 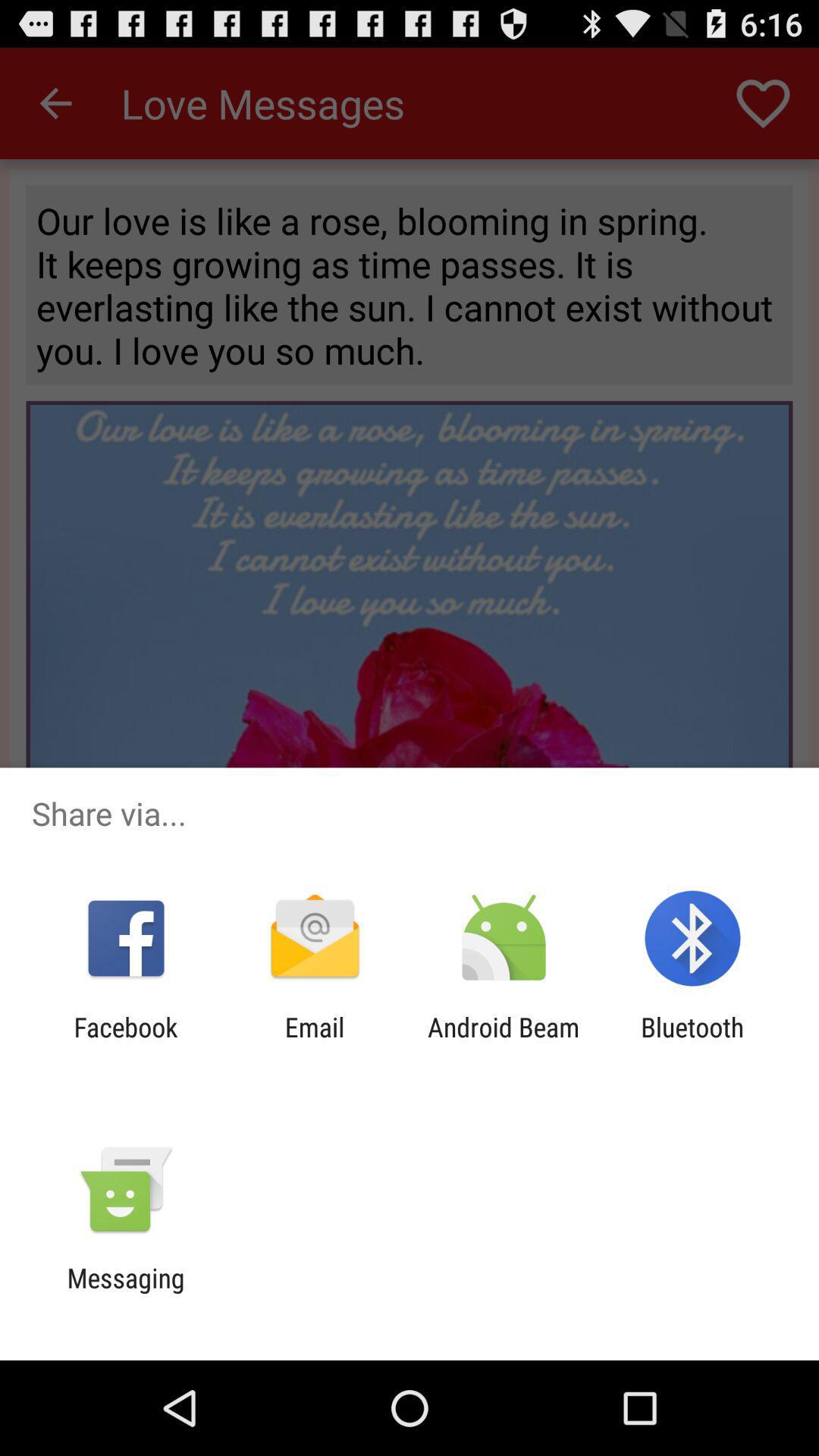 I want to click on the app next to the facebook item, so click(x=314, y=1042).